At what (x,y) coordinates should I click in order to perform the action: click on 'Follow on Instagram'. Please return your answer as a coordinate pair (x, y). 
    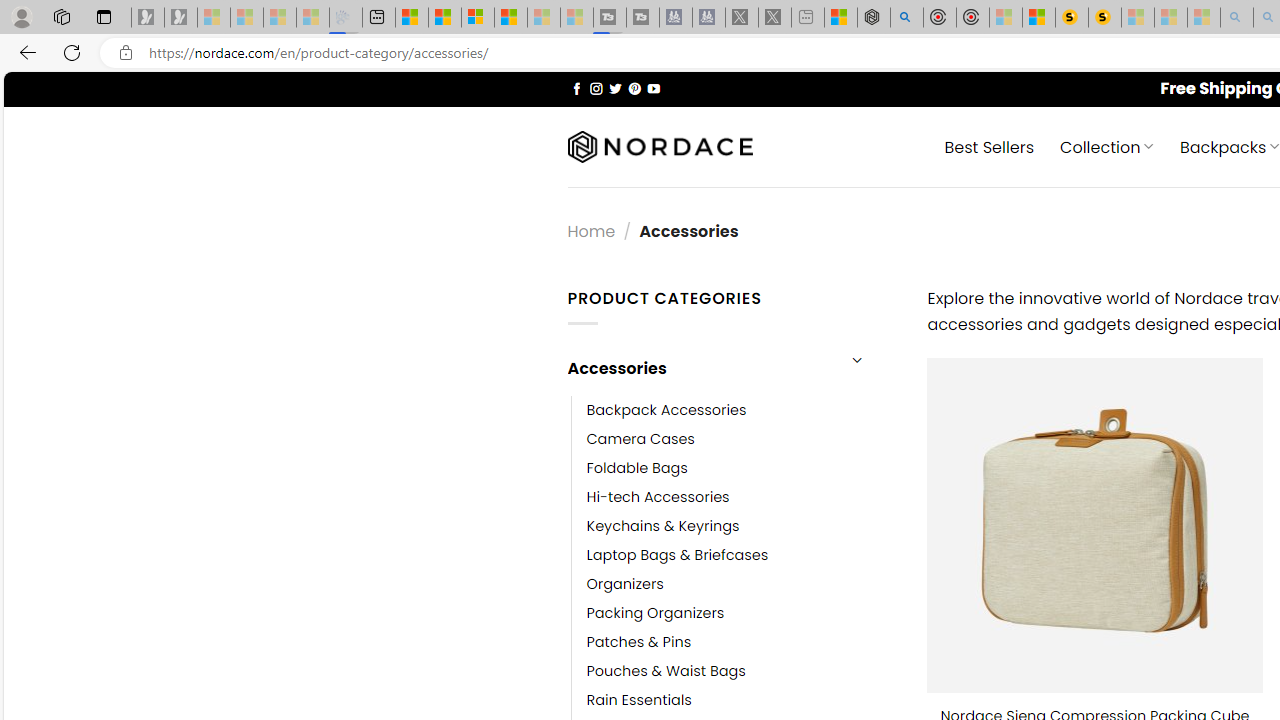
    Looking at the image, I should click on (595, 87).